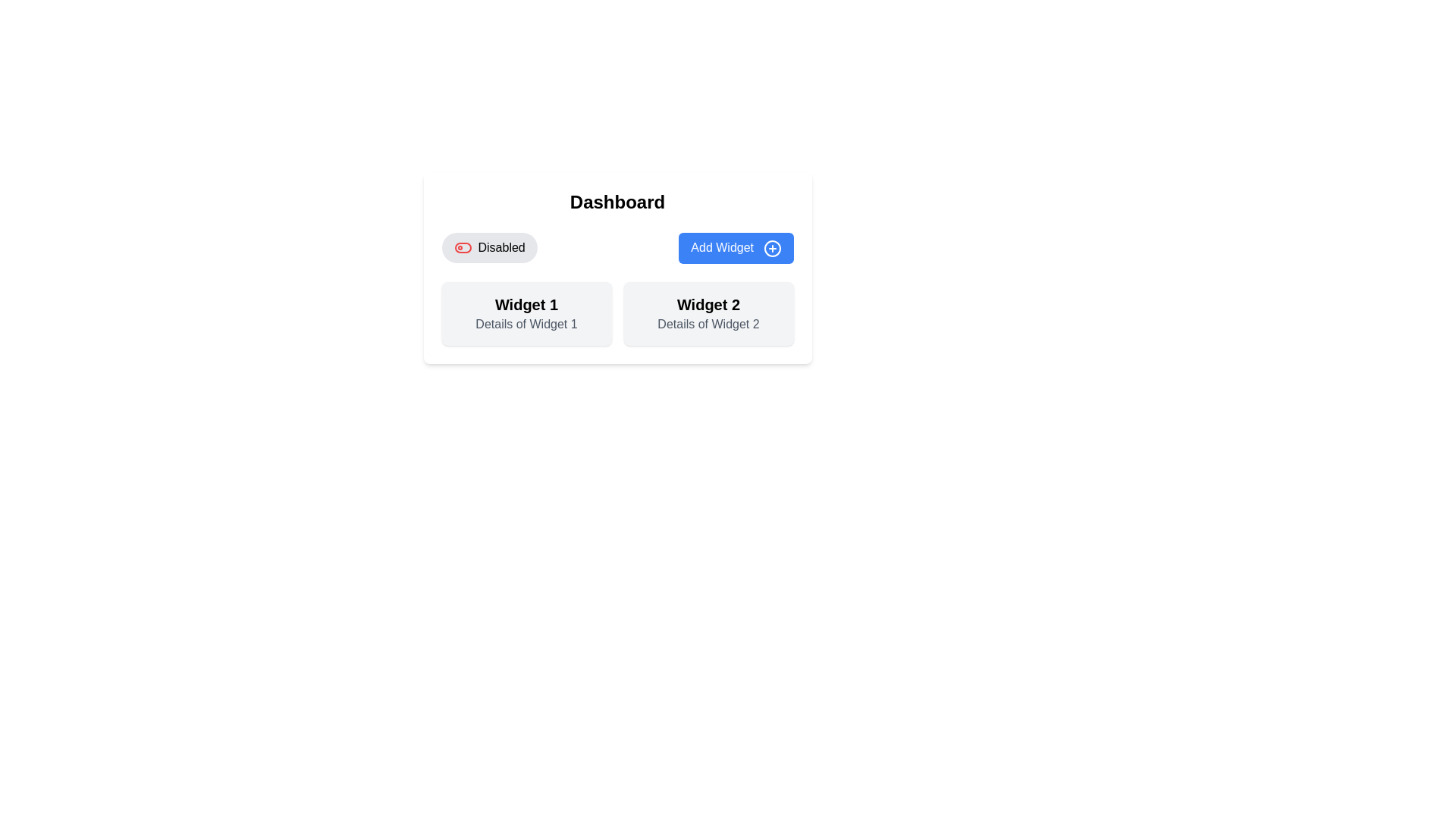 The image size is (1456, 819). Describe the element at coordinates (526, 312) in the screenshot. I see `the details of the Informational card for Widget 1, which is located in the first column of the first row, beneath the 'Disabled' toggle and next to the 'Add Widget' button` at that location.